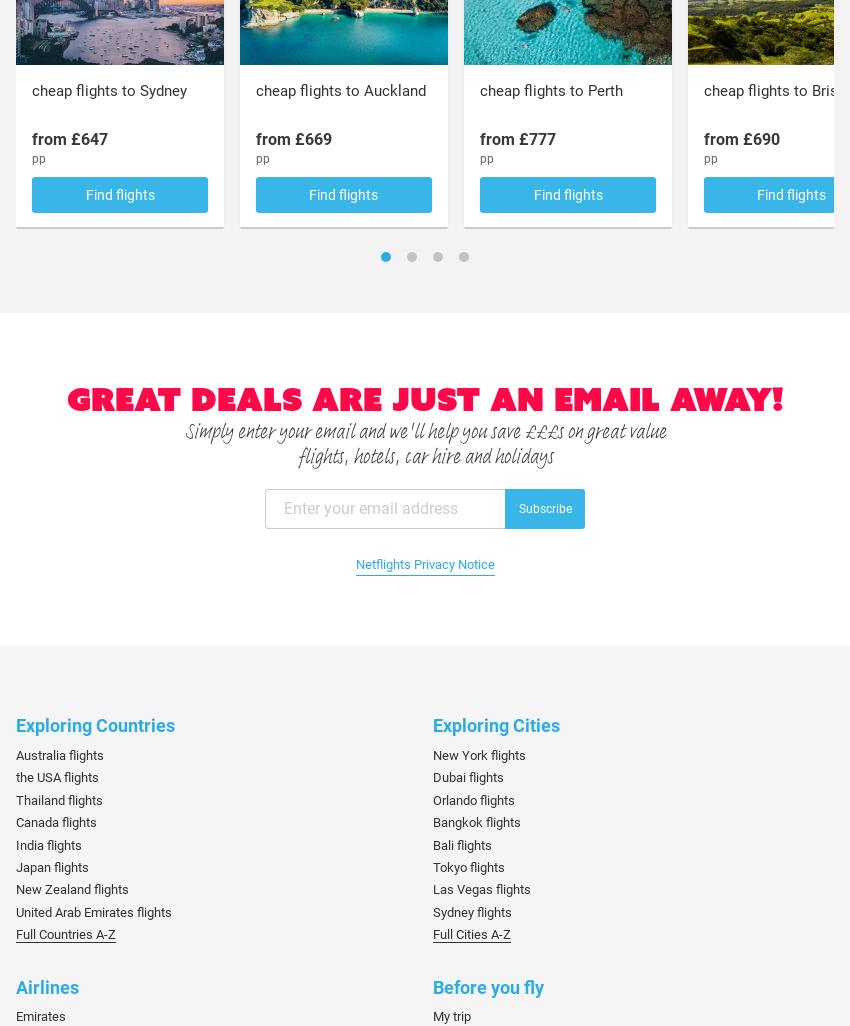  What do you see at coordinates (473, 798) in the screenshot?
I see `'Orlando flights'` at bounding box center [473, 798].